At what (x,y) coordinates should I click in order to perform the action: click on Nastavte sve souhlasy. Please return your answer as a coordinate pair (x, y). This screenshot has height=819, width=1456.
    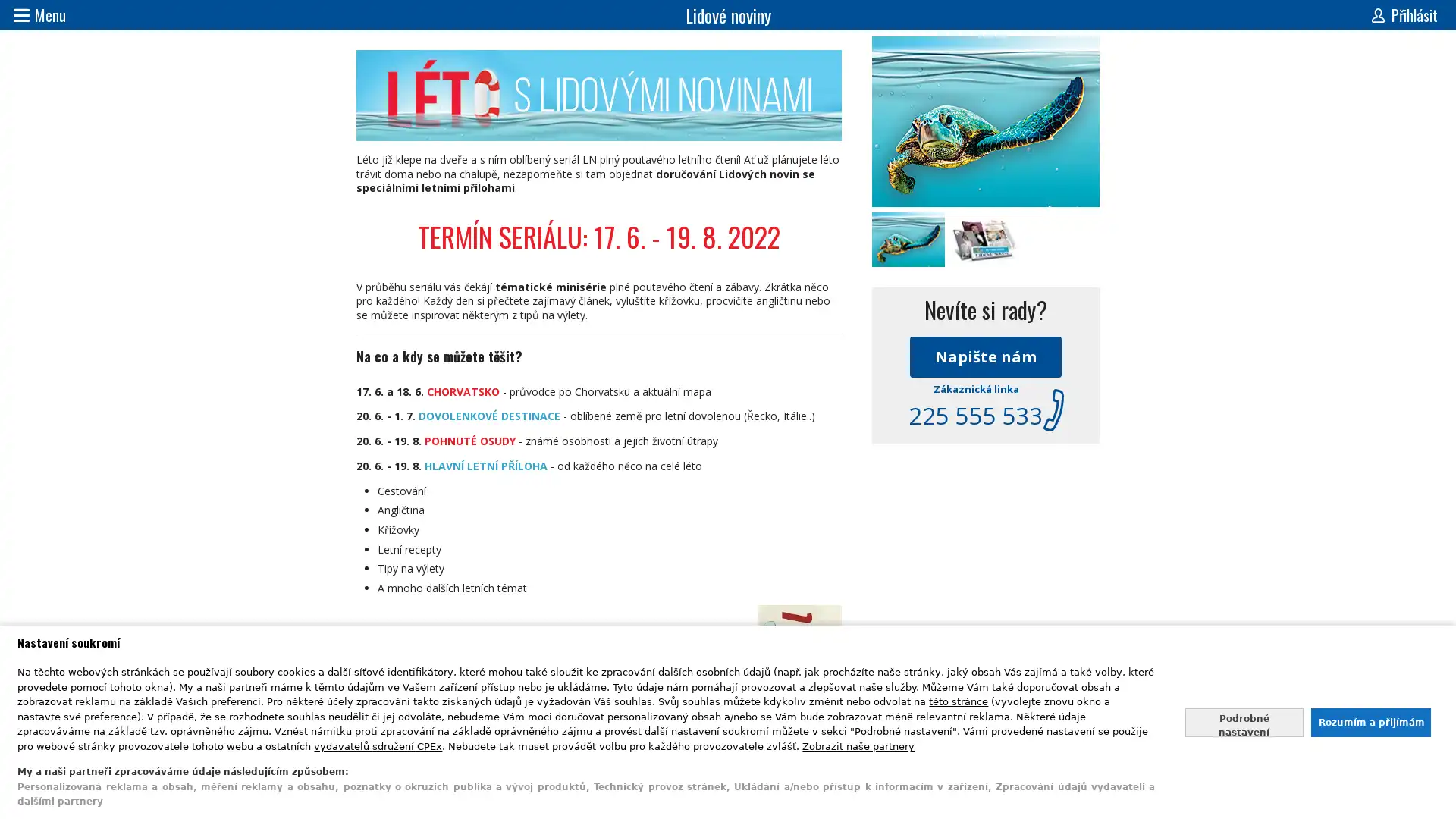
    Looking at the image, I should click on (1244, 721).